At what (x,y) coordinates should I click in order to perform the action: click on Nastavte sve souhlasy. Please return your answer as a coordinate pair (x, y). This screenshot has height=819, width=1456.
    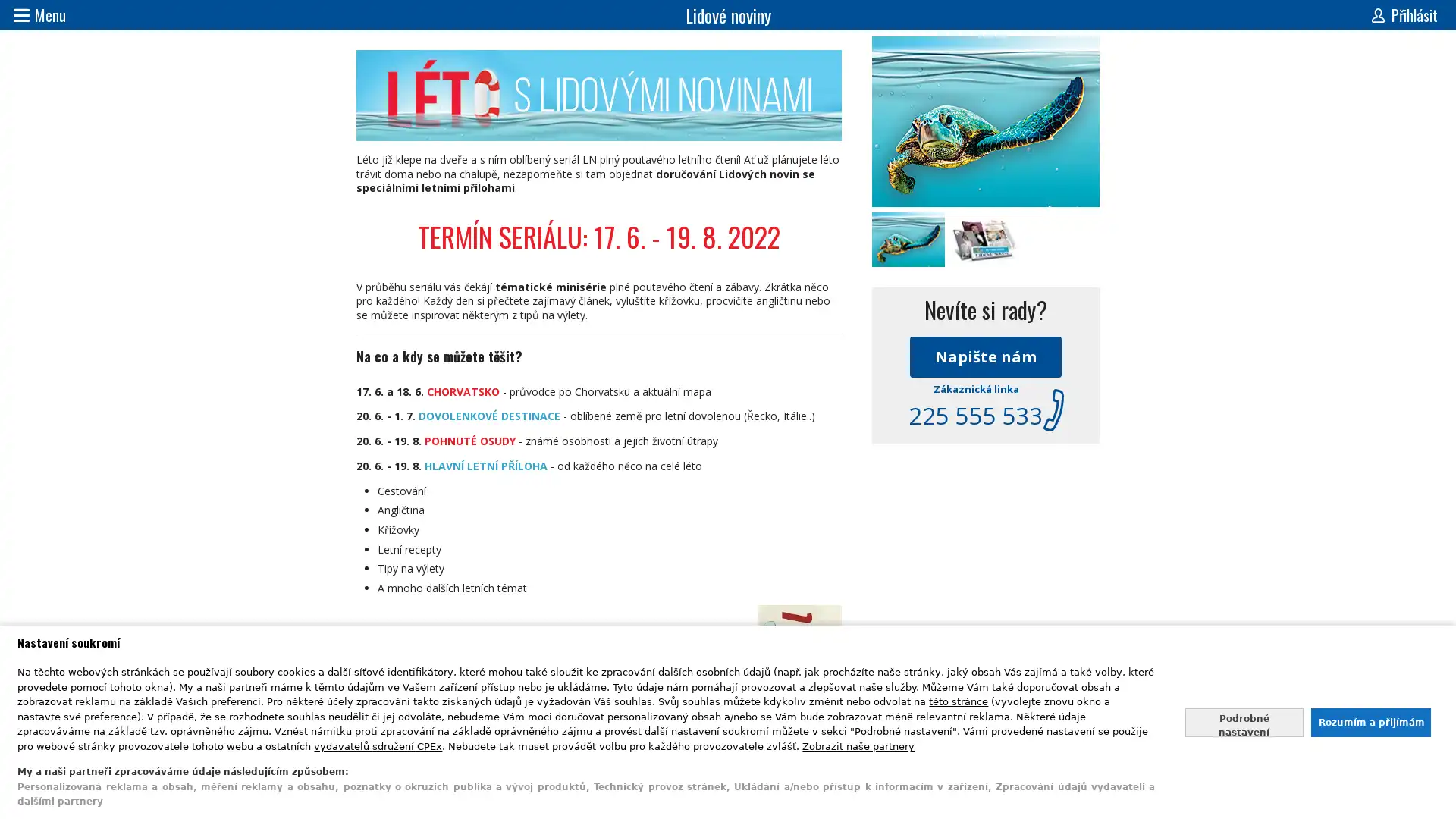
    Looking at the image, I should click on (1244, 721).